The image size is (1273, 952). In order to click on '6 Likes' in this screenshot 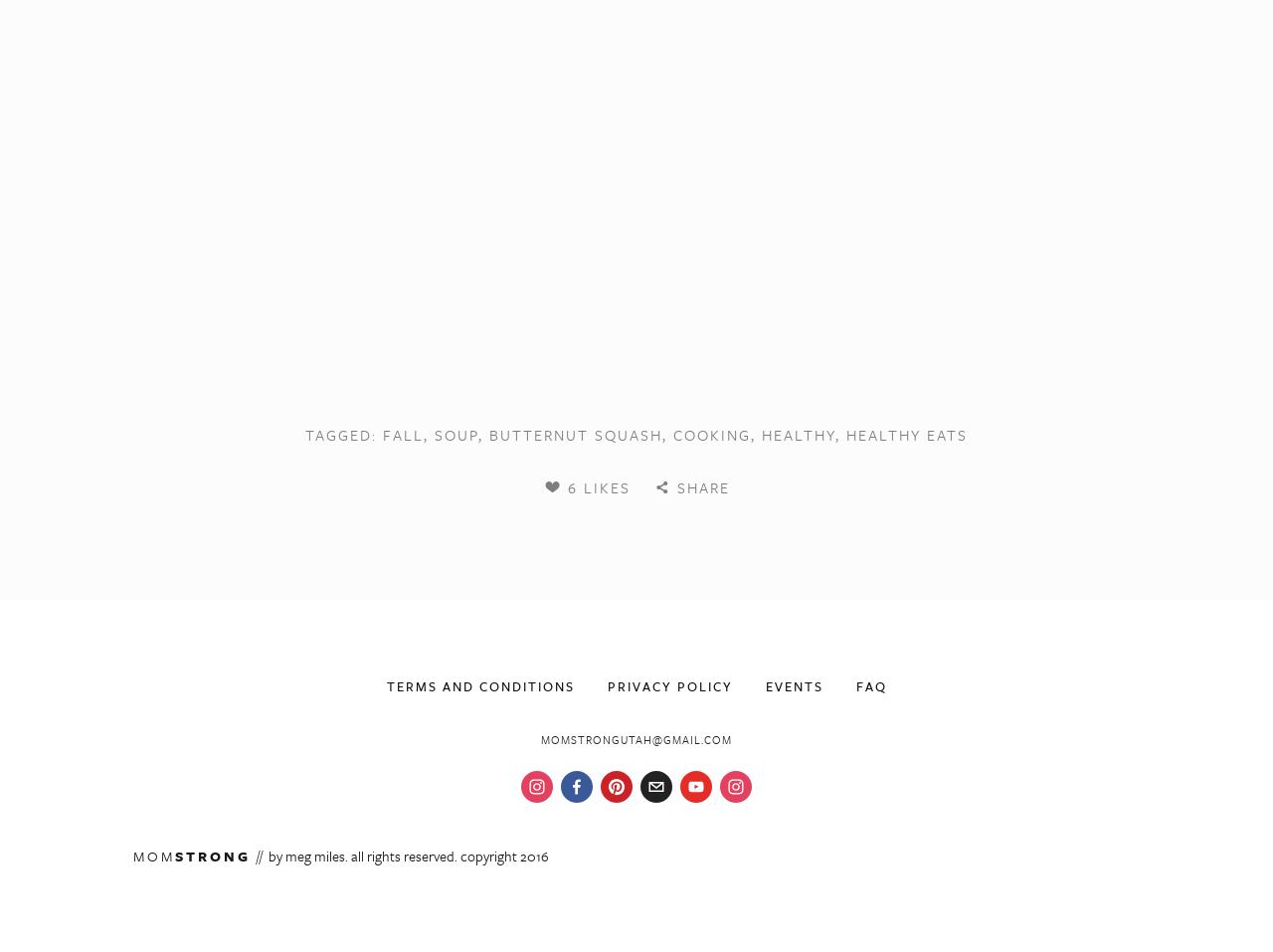, I will do `click(598, 486)`.